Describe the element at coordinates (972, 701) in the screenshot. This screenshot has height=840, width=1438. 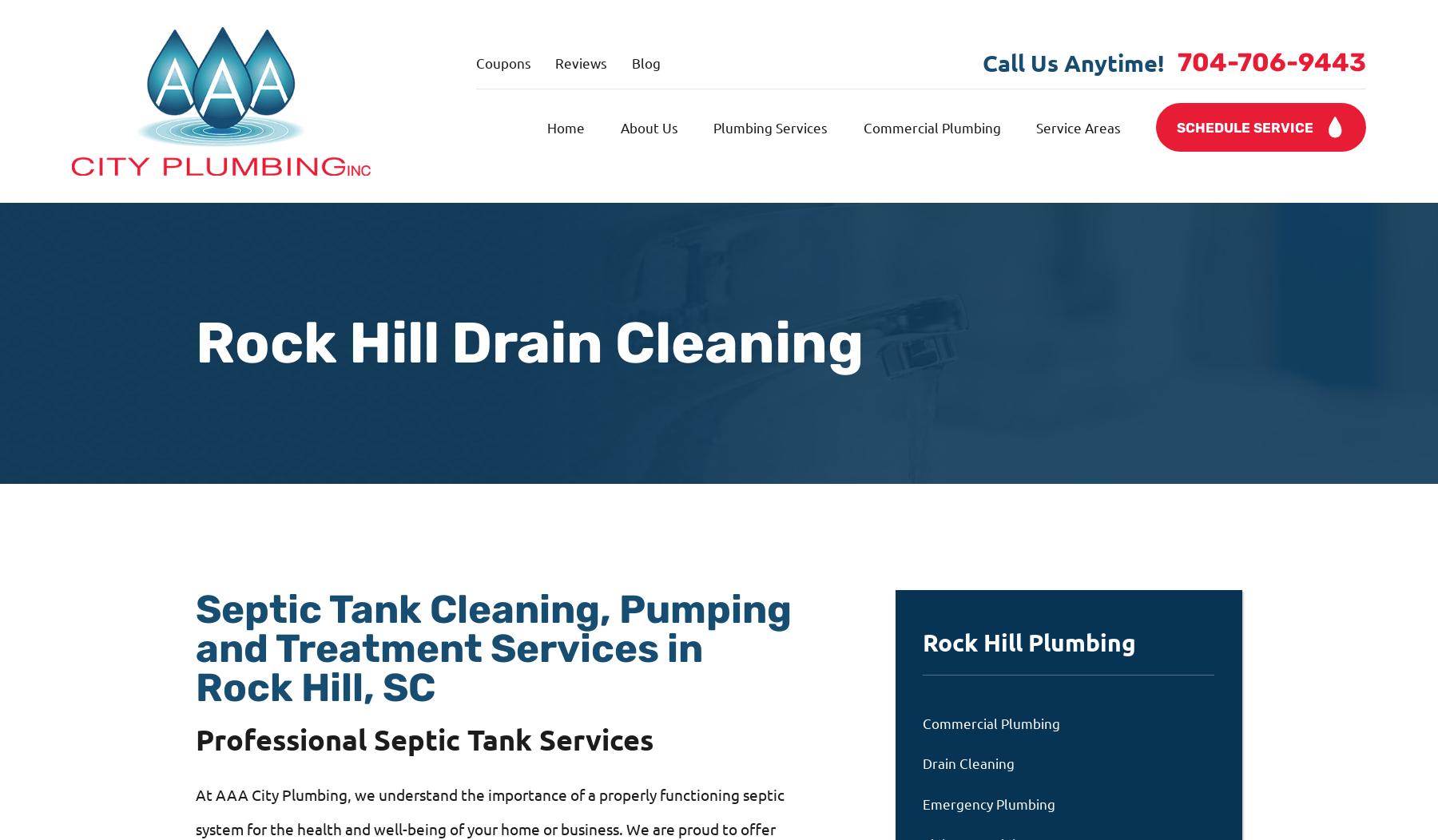
I see `'30+ Years In The Family'` at that location.